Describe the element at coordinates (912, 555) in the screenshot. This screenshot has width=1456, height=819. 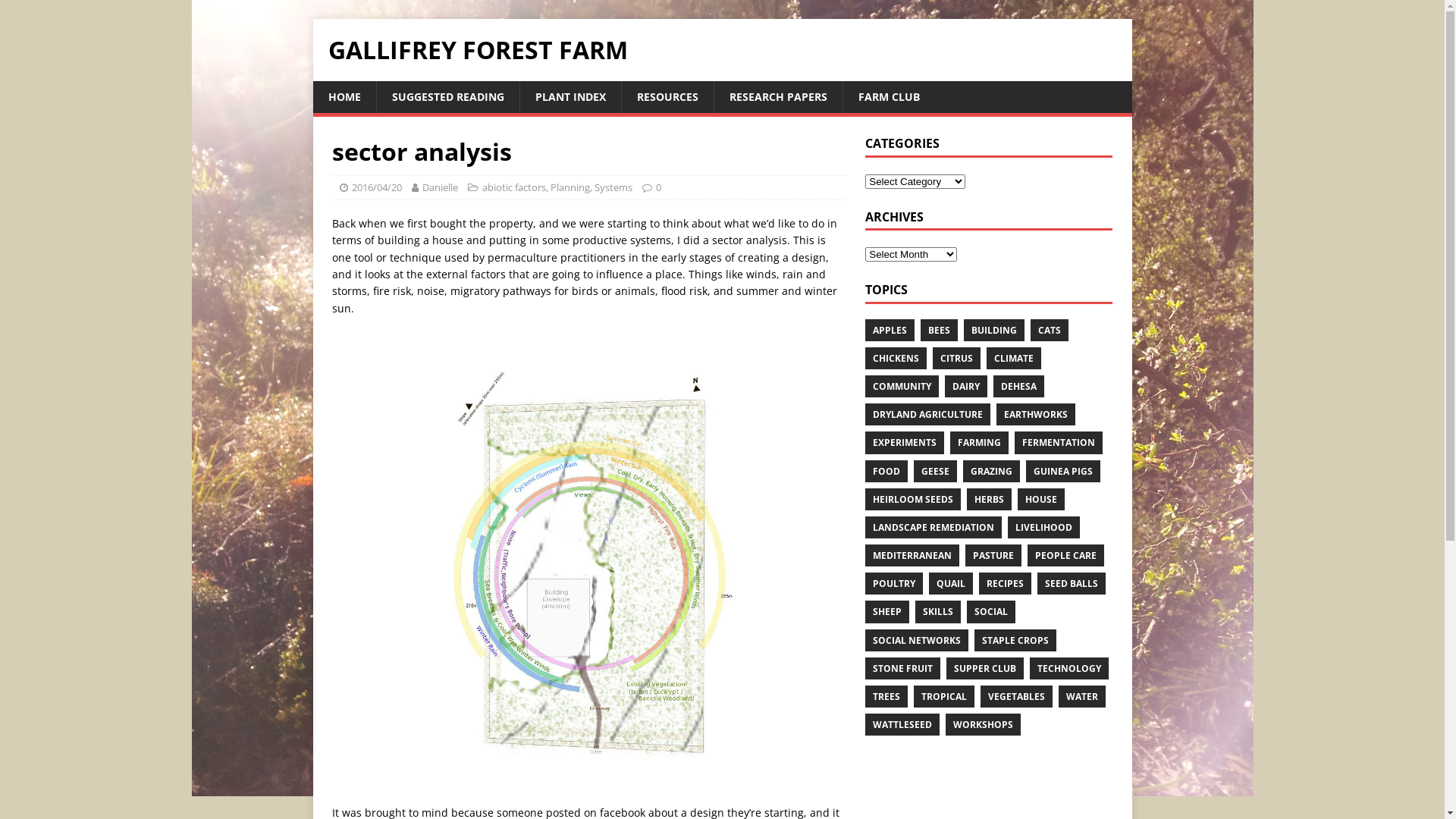
I see `'MEDITERRANEAN'` at that location.